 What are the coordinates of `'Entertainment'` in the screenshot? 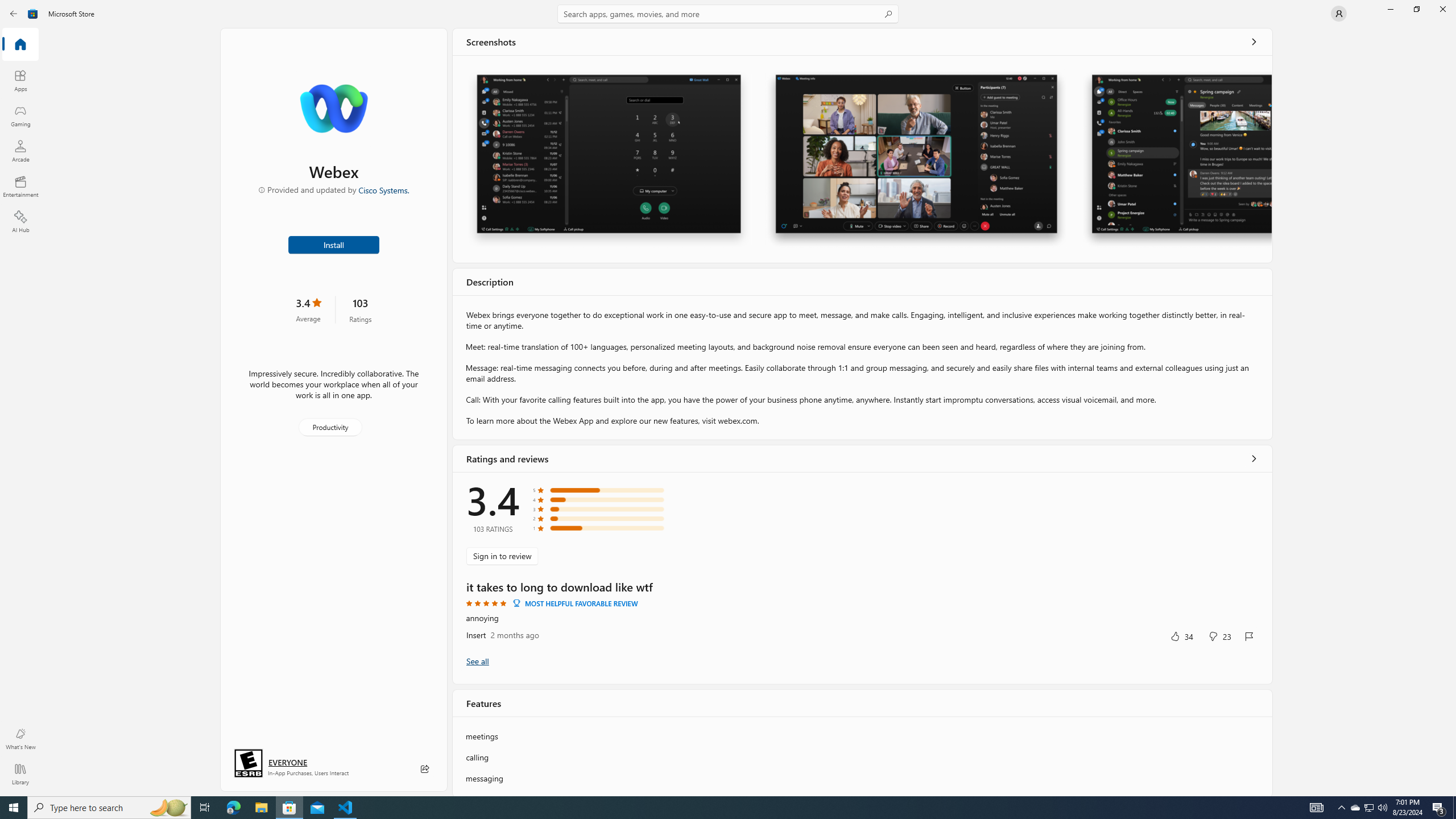 It's located at (19, 185).